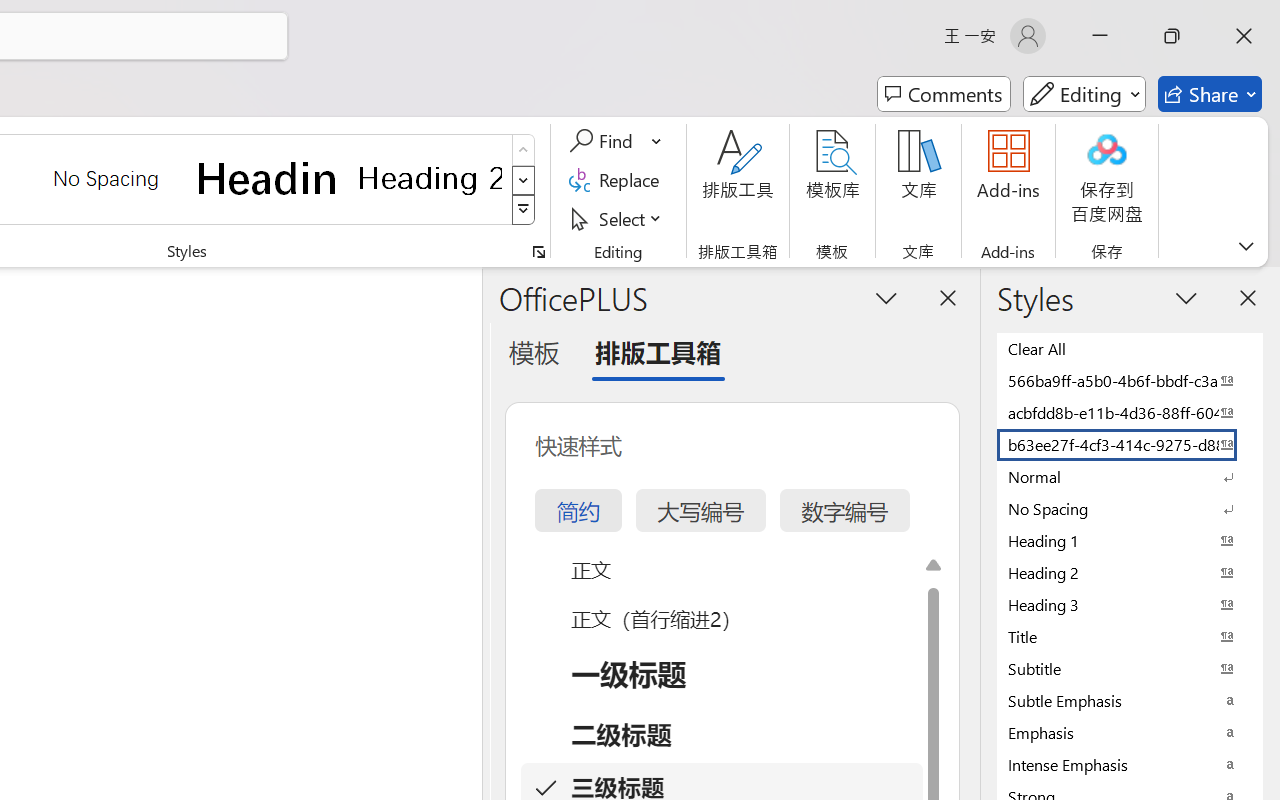 The width and height of the screenshot is (1280, 800). Describe the element at coordinates (616, 179) in the screenshot. I see `'Replace...'` at that location.